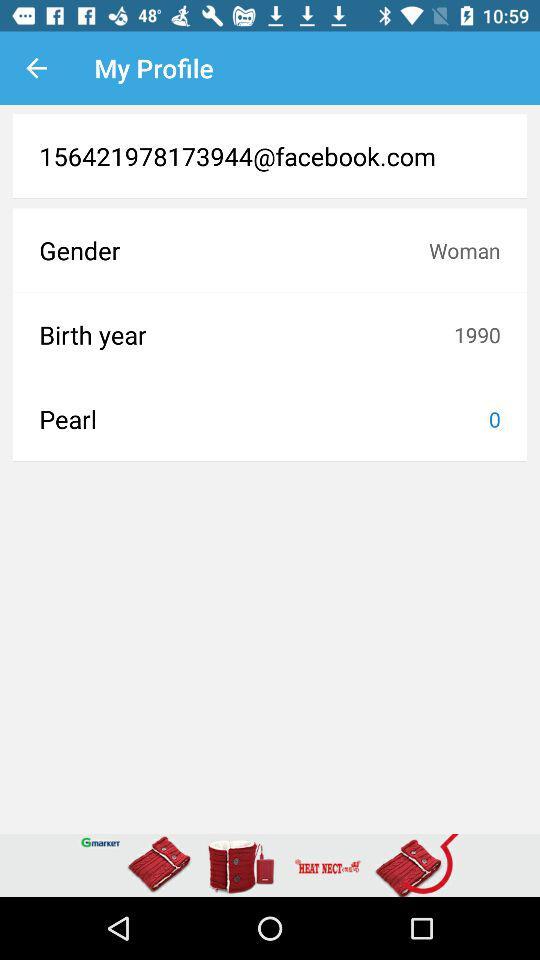  What do you see at coordinates (233, 249) in the screenshot?
I see `the icon next to woman item` at bounding box center [233, 249].